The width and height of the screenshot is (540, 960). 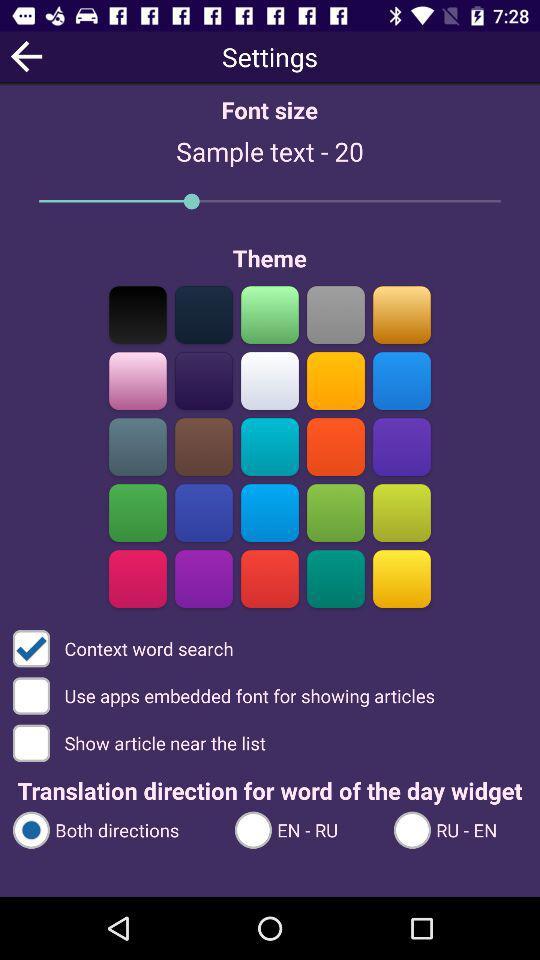 I want to click on change color to blue, so click(x=203, y=512).